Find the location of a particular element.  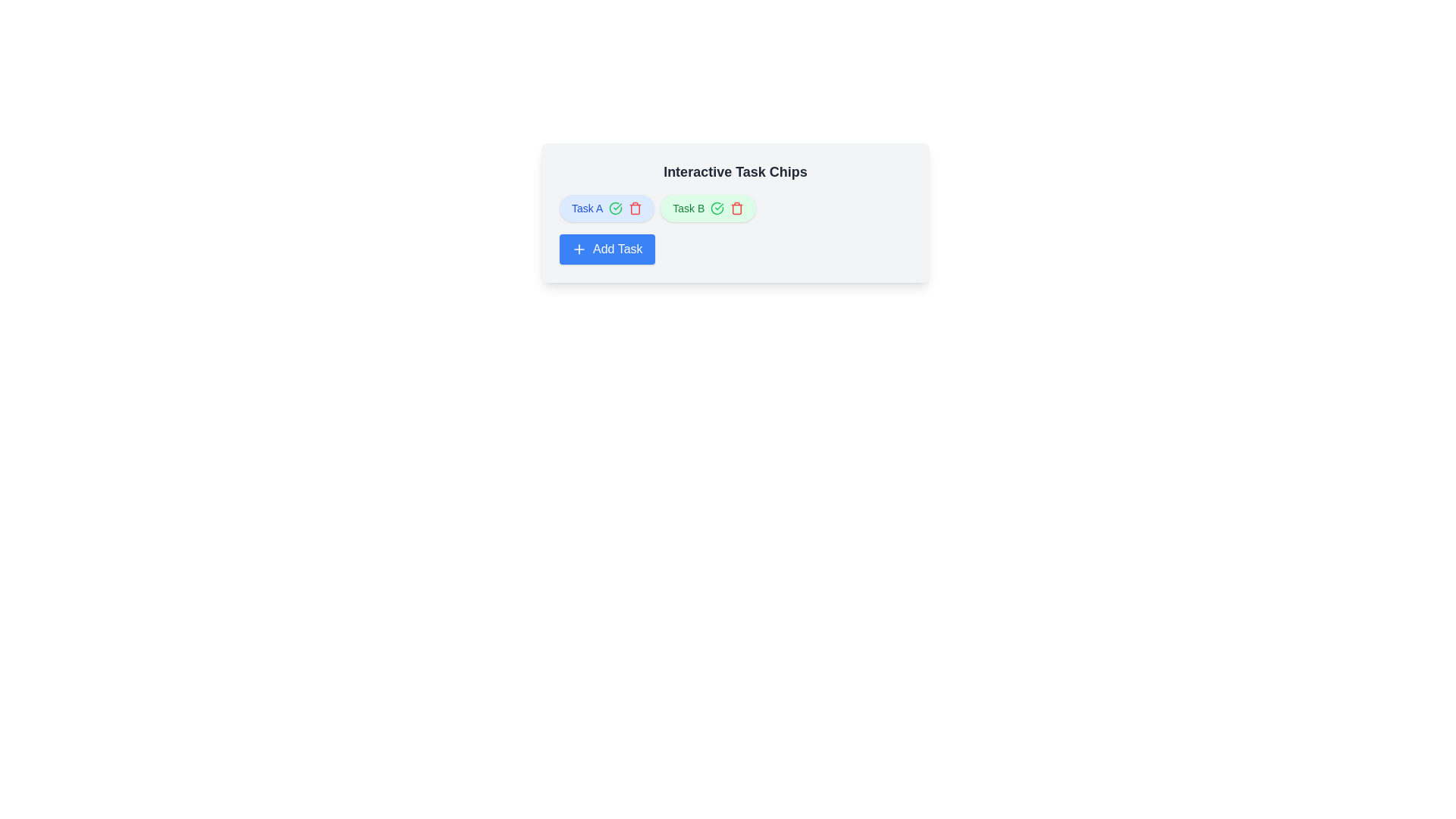

the text label displaying 'Task B', which is styled in green and is part of a task chip with a light green background is located at coordinates (688, 208).